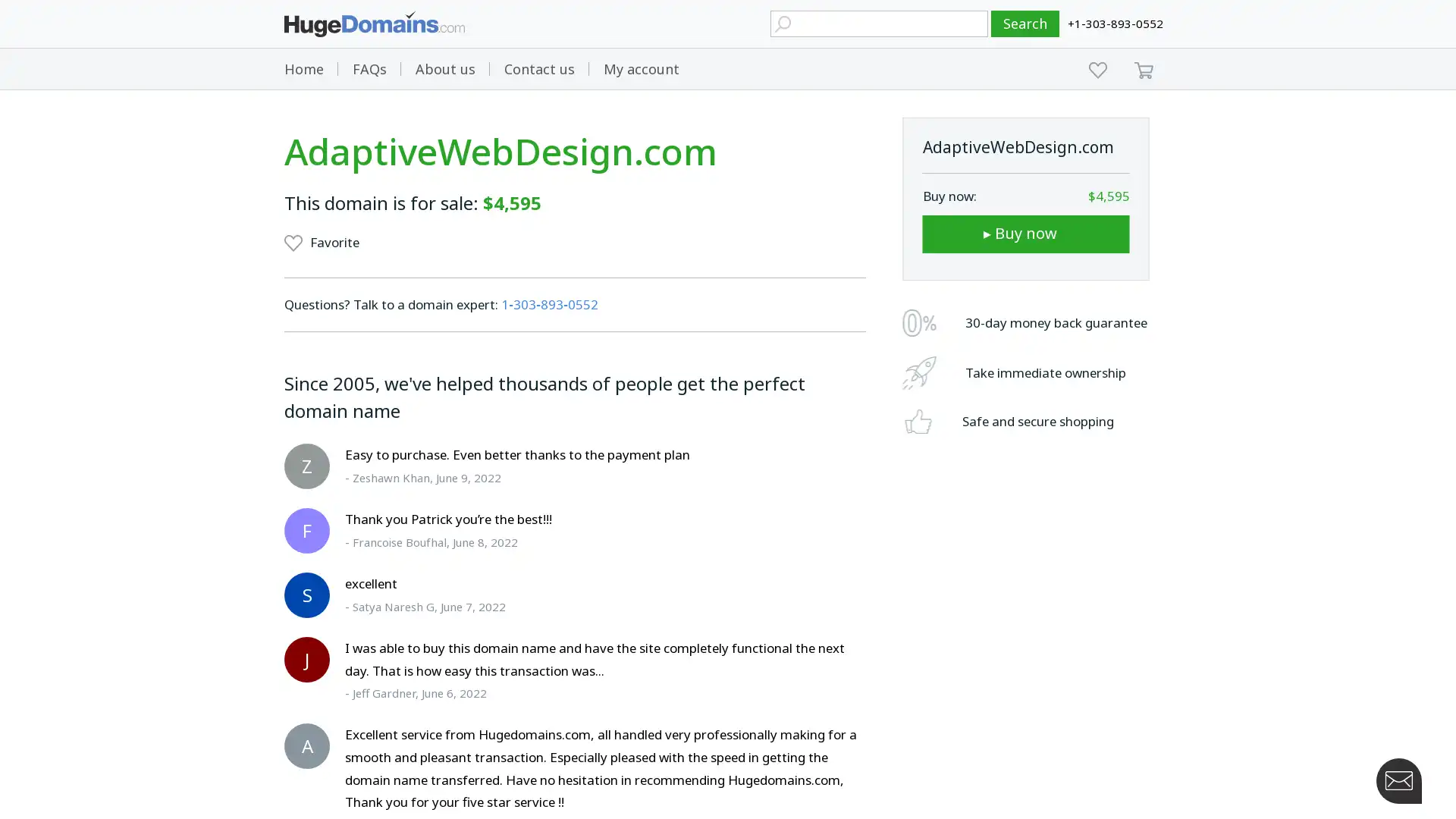 The width and height of the screenshot is (1456, 819). What do you see at coordinates (1025, 24) in the screenshot?
I see `Search` at bounding box center [1025, 24].